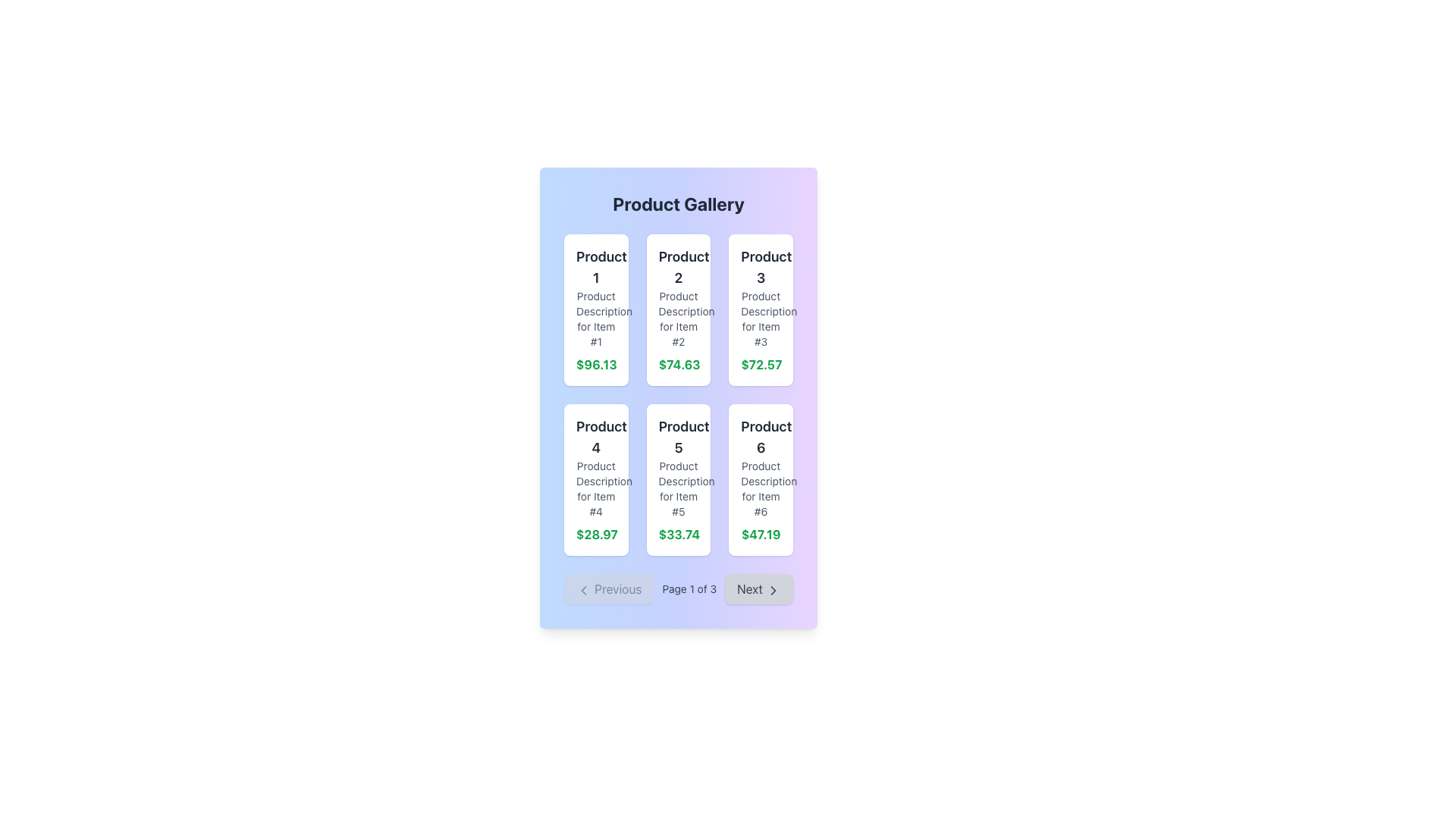  Describe the element at coordinates (677, 488) in the screenshot. I see `the text label displaying 'Product Description for Item #5' located in the product card labeled 'Product 5' in the second row and third column of the product grid` at that location.